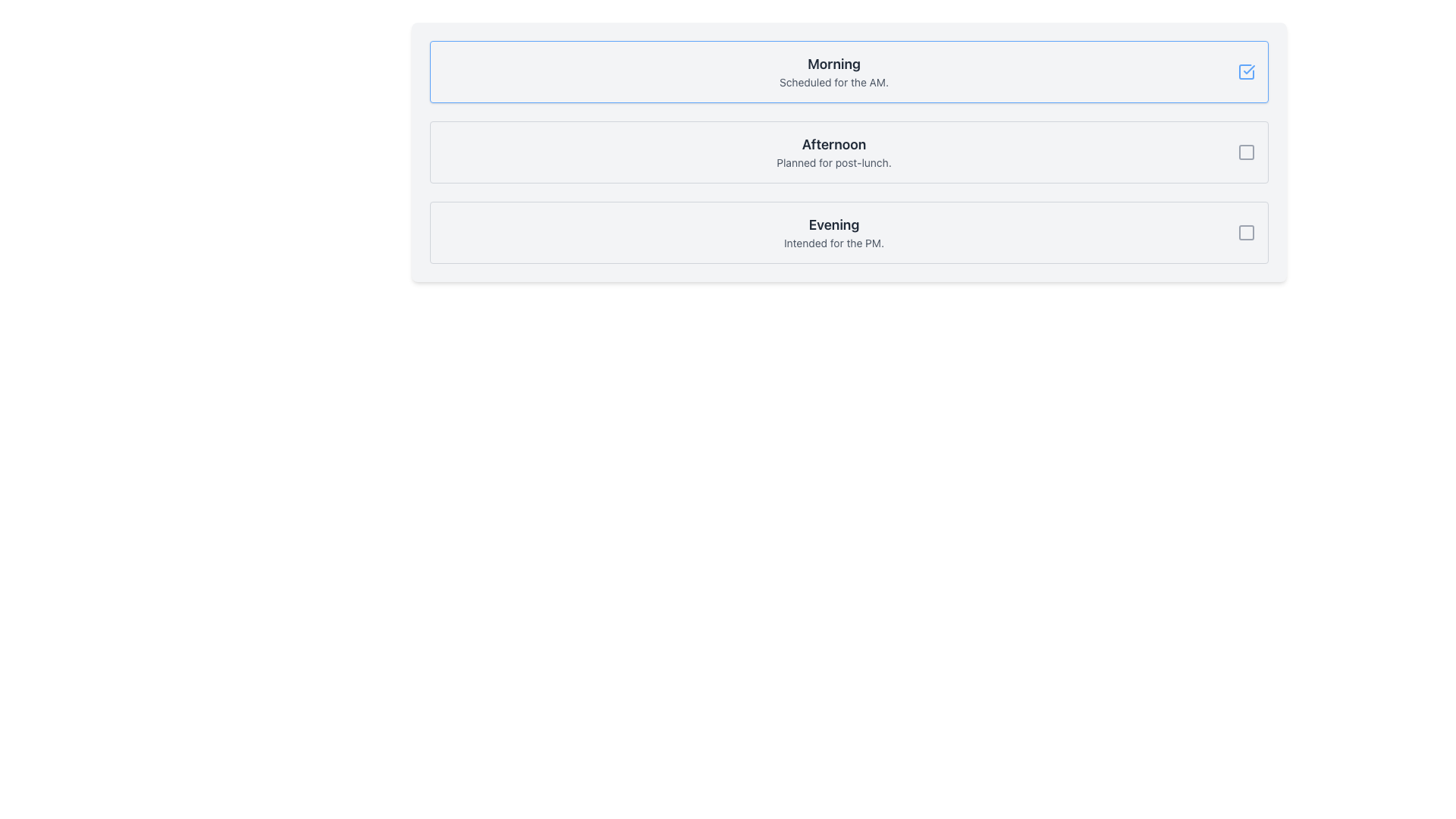 The image size is (1456, 819). I want to click on the empty checkbox located at the far right of the 'Evening' row in a vertical list of items labeled 'Morning', 'Afternoon', and 'Evening', so click(1246, 233).